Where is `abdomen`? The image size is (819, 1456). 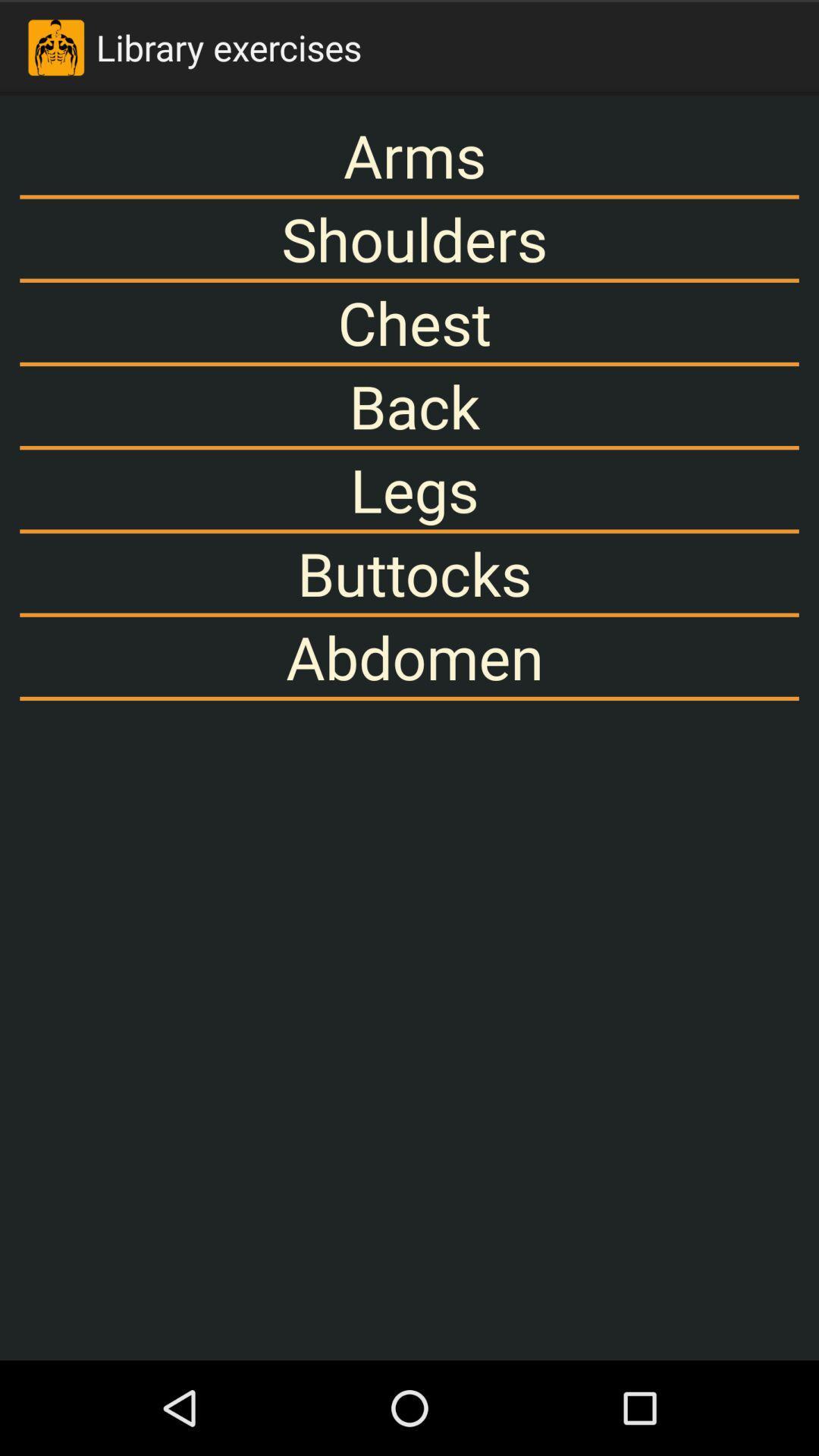 abdomen is located at coordinates (409, 657).